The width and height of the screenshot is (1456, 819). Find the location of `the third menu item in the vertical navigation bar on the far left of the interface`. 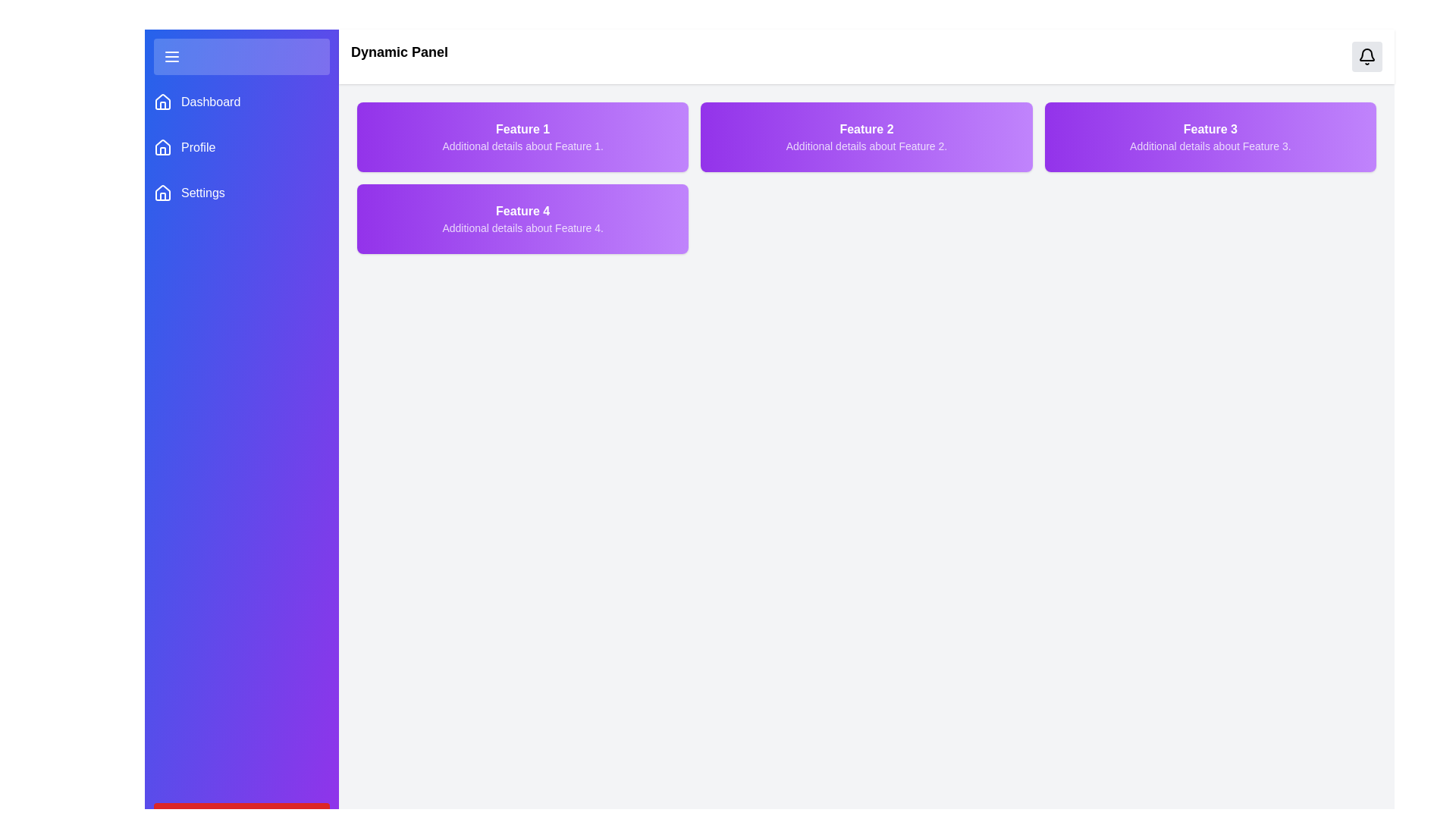

the third menu item in the vertical navigation bar on the far left of the interface is located at coordinates (240, 192).